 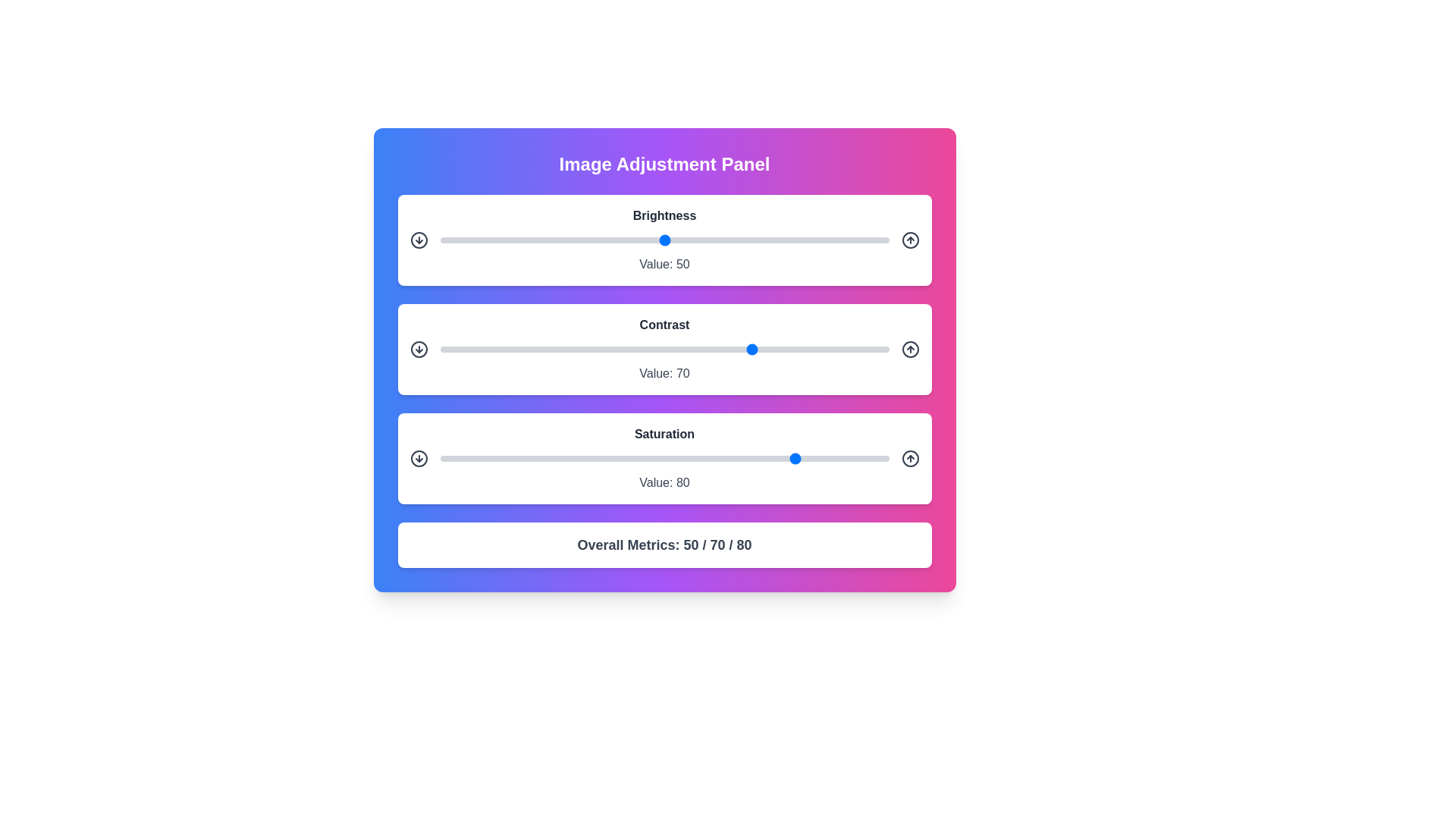 I want to click on contrast, so click(x=699, y=350).